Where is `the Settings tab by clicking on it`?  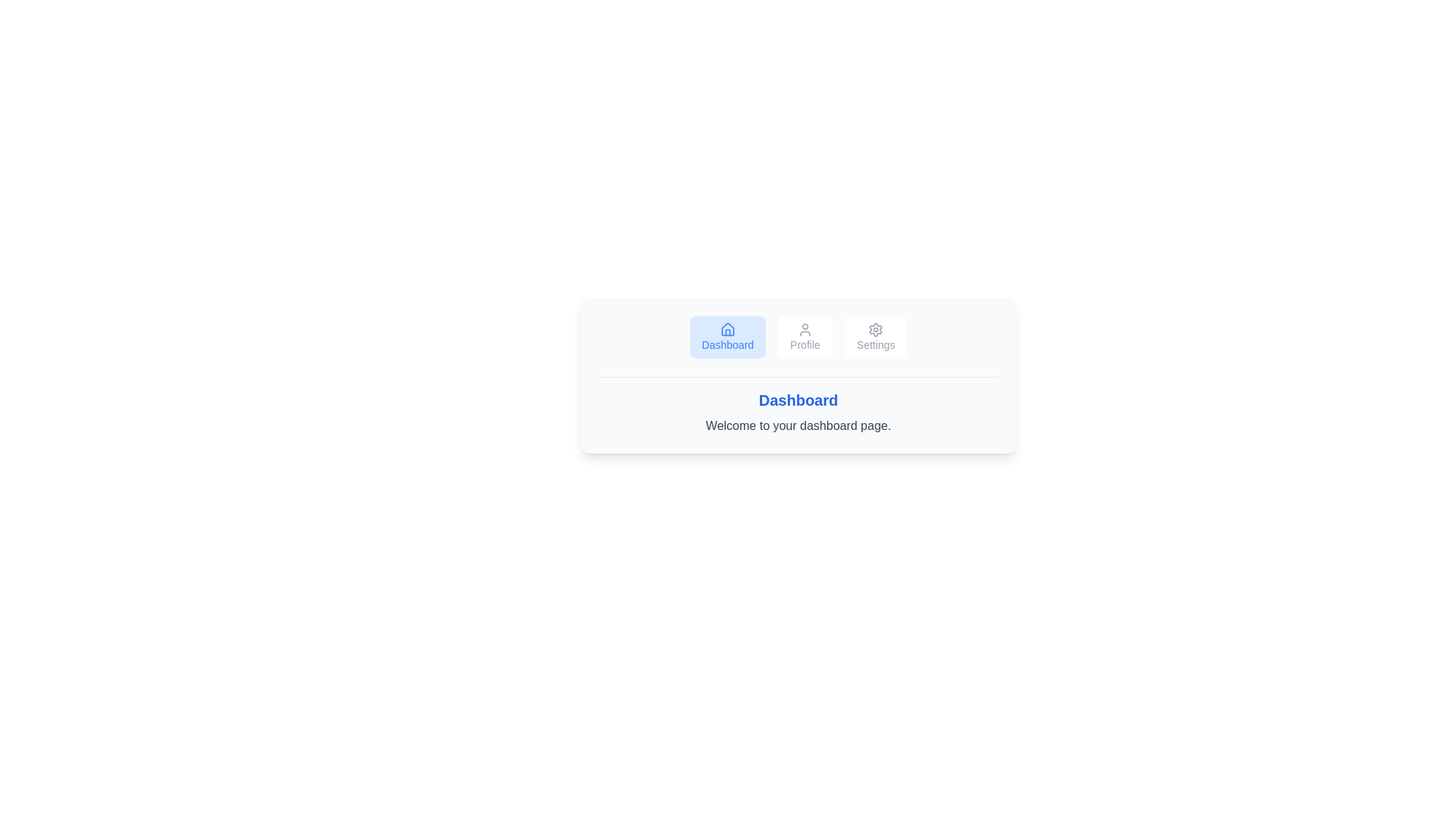 the Settings tab by clicking on it is located at coordinates (876, 336).